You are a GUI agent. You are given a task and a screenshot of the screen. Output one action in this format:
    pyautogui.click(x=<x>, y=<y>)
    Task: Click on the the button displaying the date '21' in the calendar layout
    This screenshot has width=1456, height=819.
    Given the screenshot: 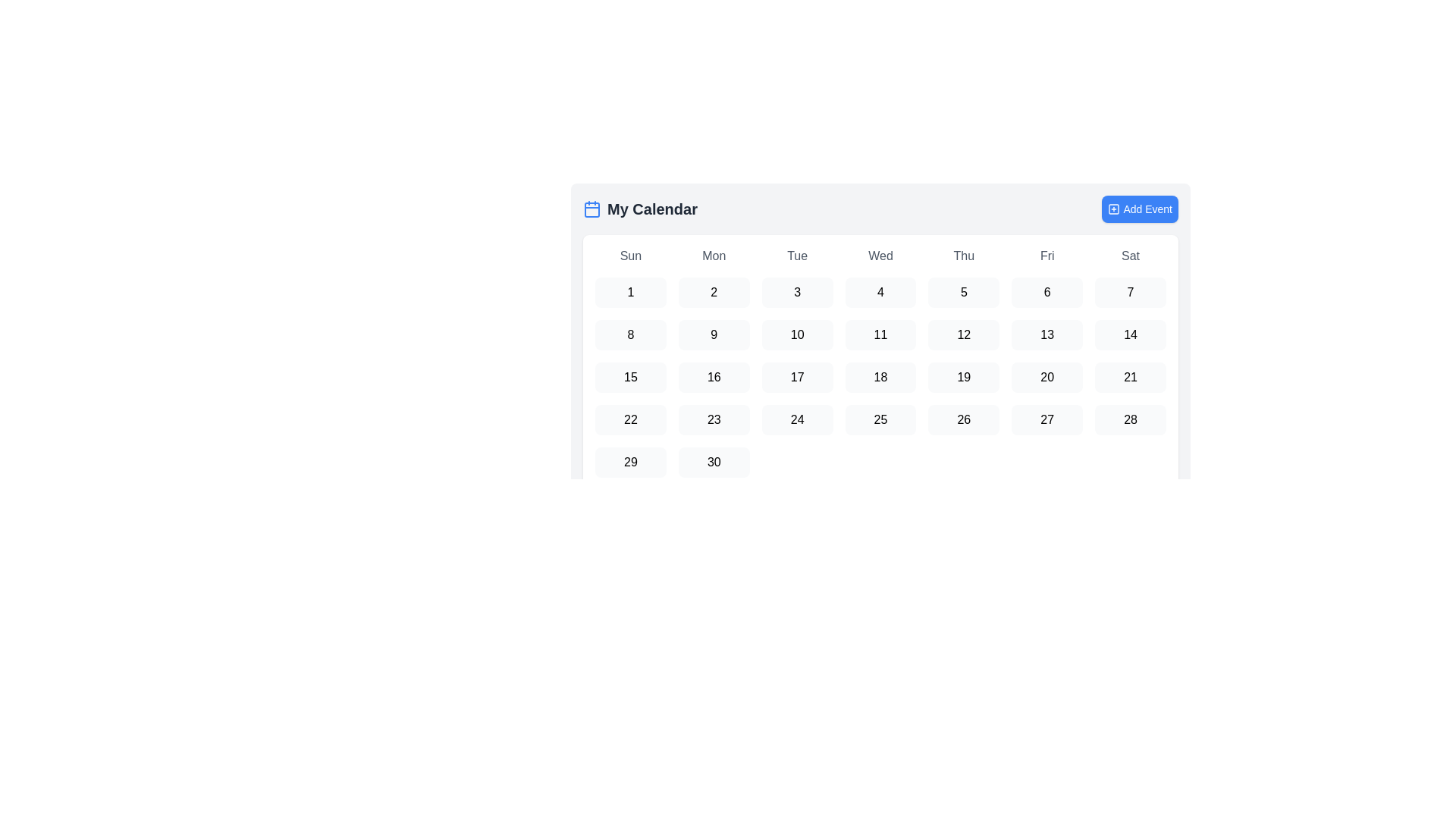 What is the action you would take?
    pyautogui.click(x=1131, y=376)
    